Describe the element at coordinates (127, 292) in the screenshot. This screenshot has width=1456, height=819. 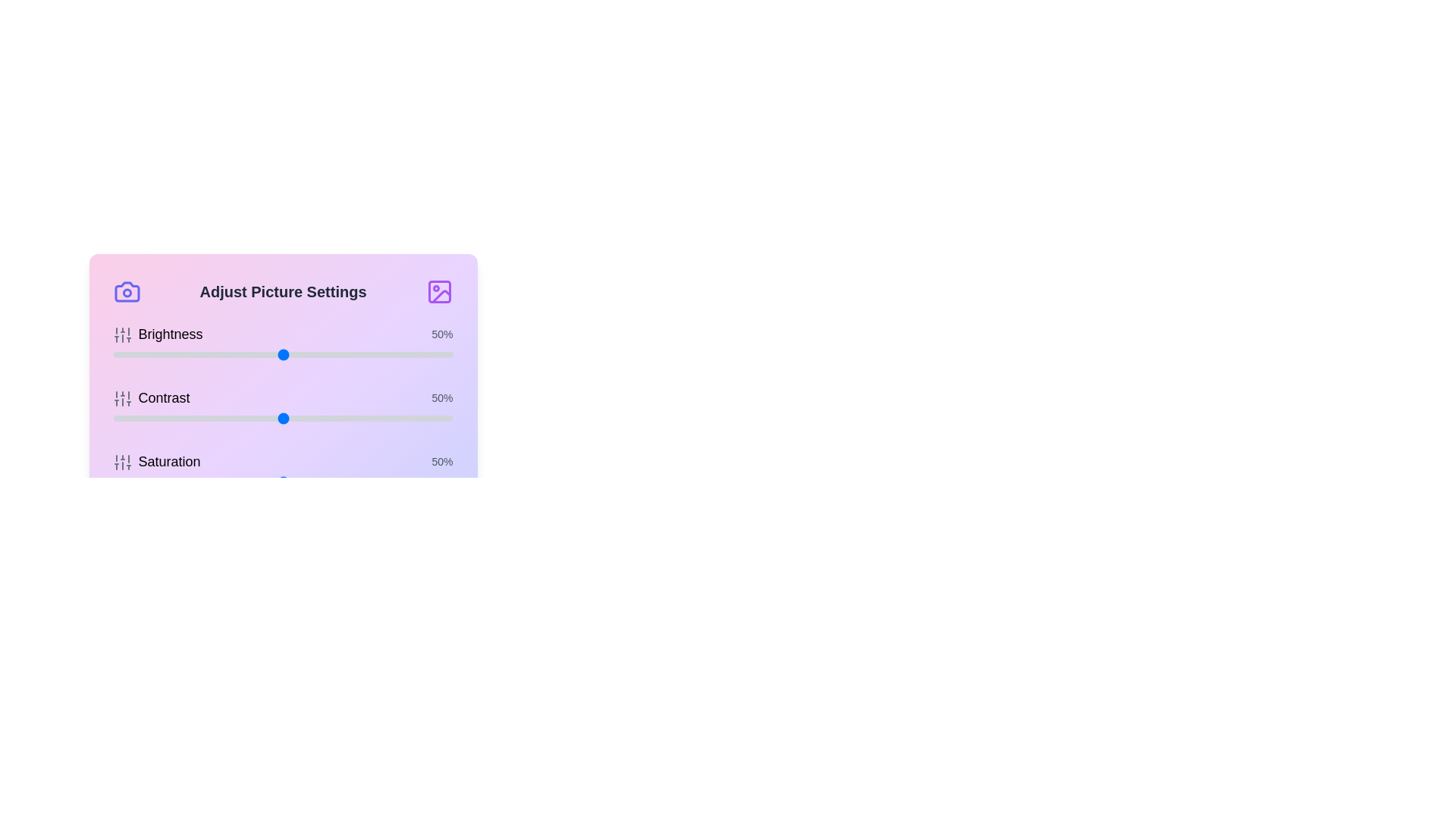
I see `the header icon camera` at that location.